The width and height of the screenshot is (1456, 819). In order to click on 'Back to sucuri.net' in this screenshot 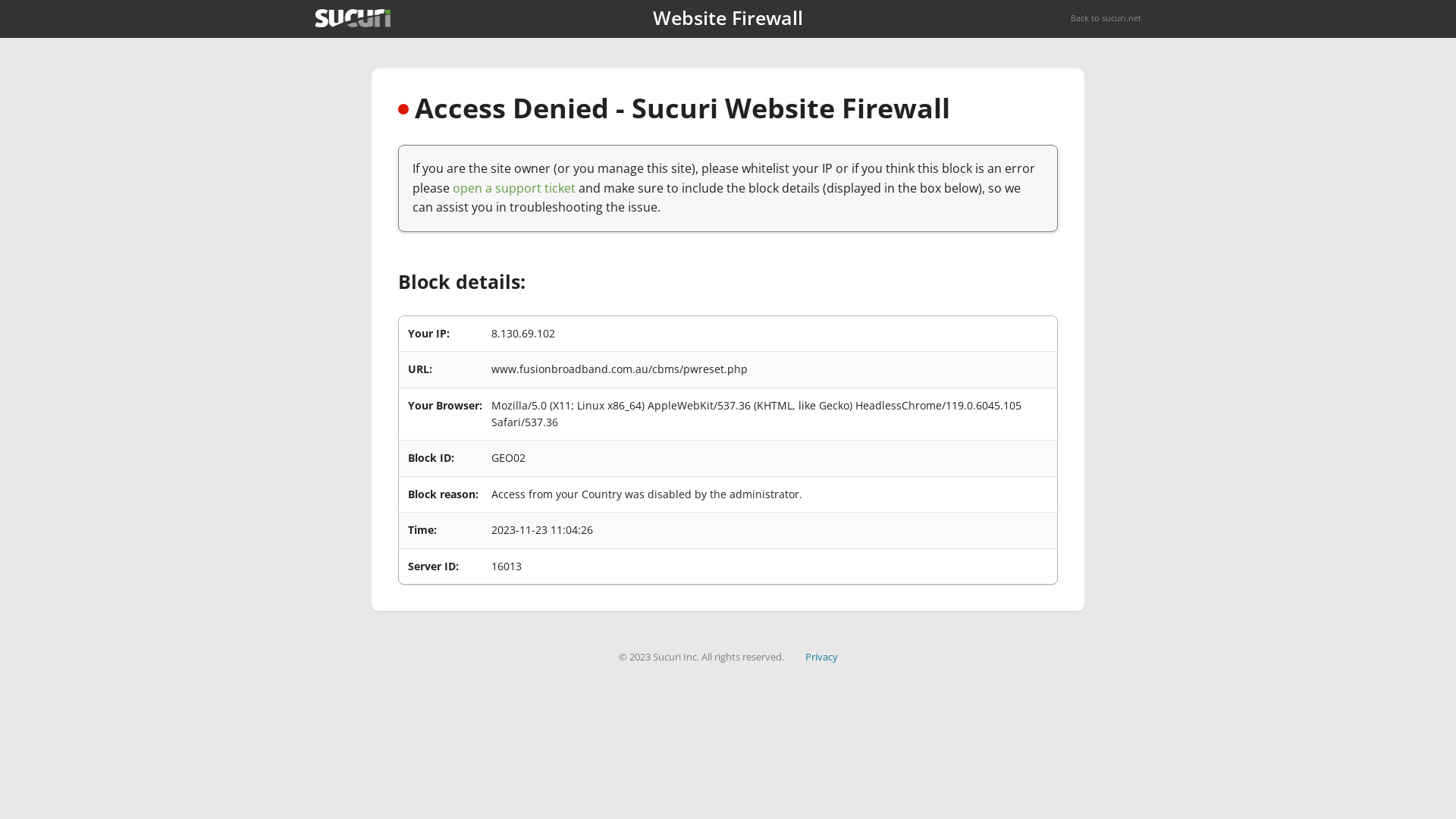, I will do `click(1069, 17)`.